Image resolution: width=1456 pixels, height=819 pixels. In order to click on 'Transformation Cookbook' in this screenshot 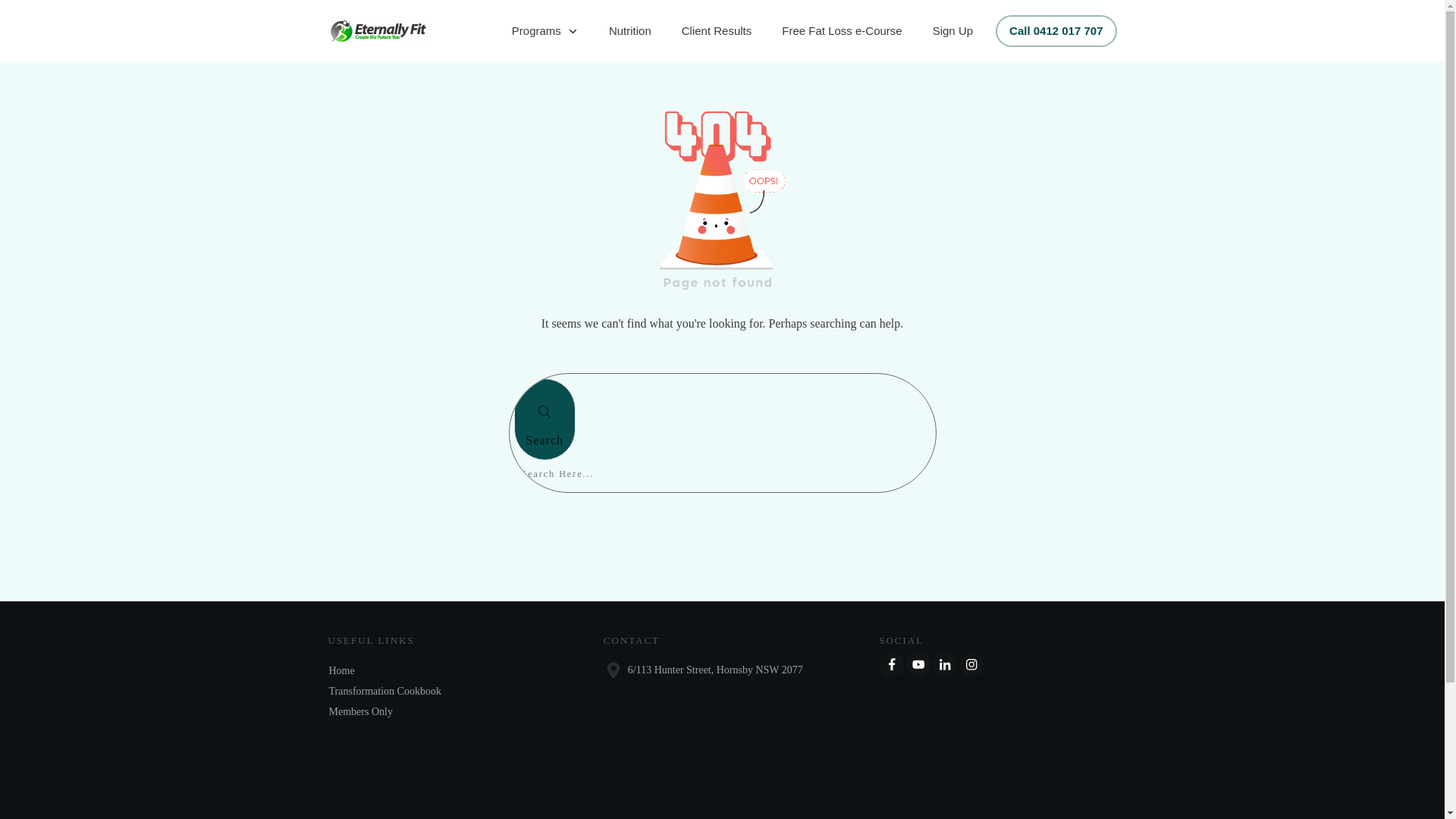, I will do `click(385, 691)`.